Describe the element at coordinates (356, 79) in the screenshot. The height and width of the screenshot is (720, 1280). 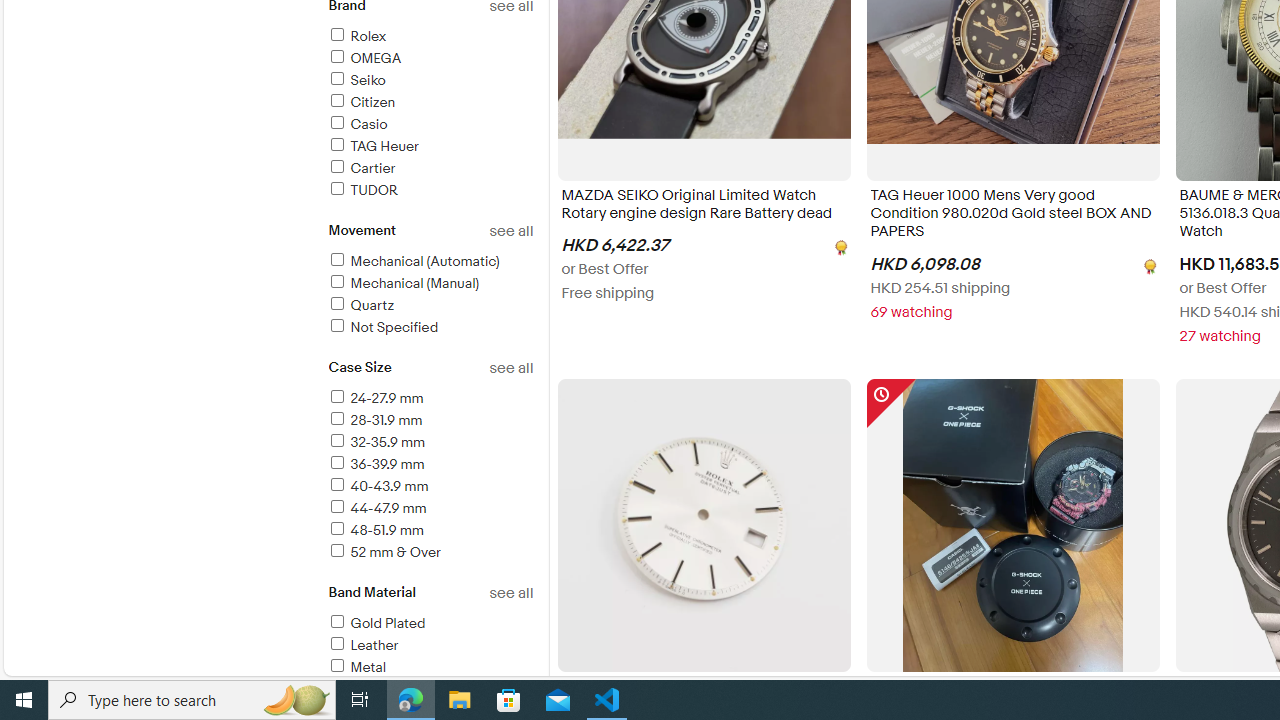
I see `'Seiko'` at that location.